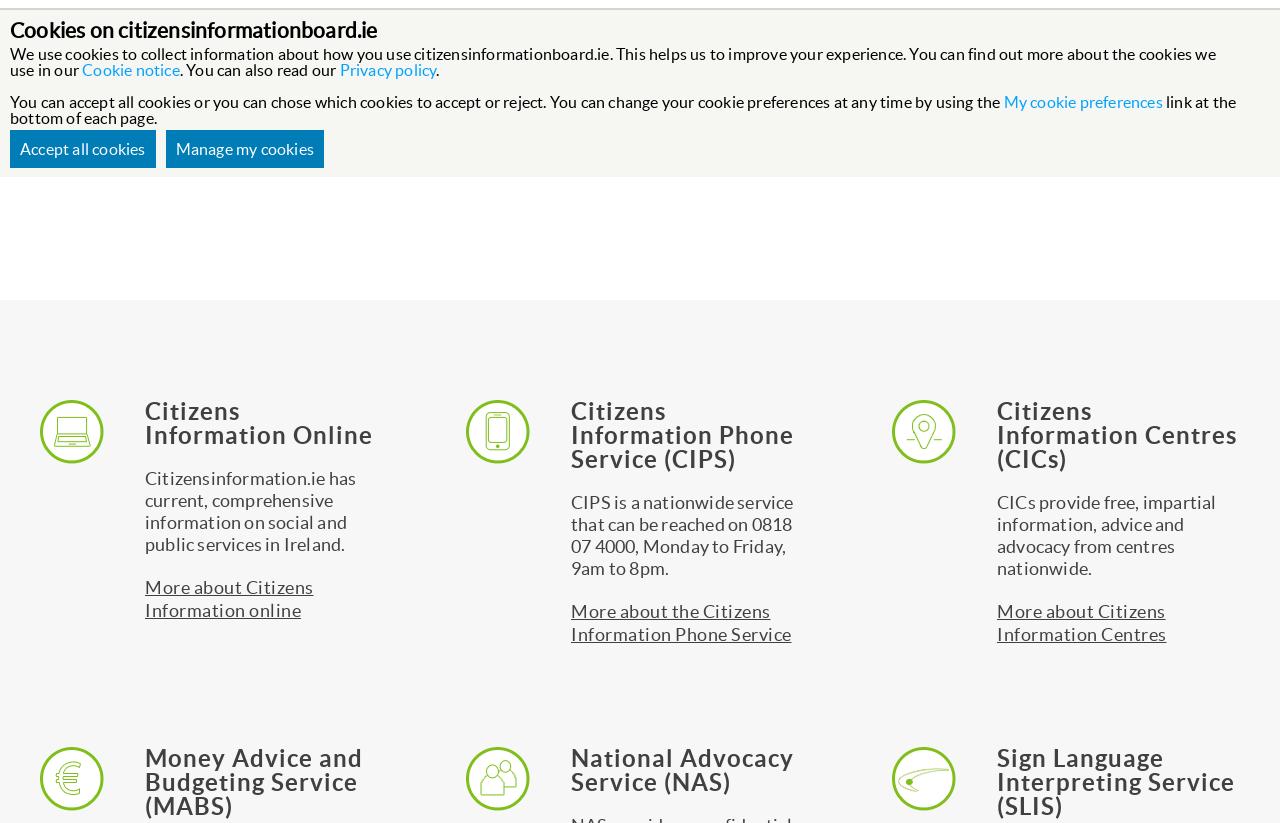  I want to click on 'You can accept all cookies or you can chose which cookies to accept or reject. You can change your cookie preferences at any time by using the', so click(506, 100).